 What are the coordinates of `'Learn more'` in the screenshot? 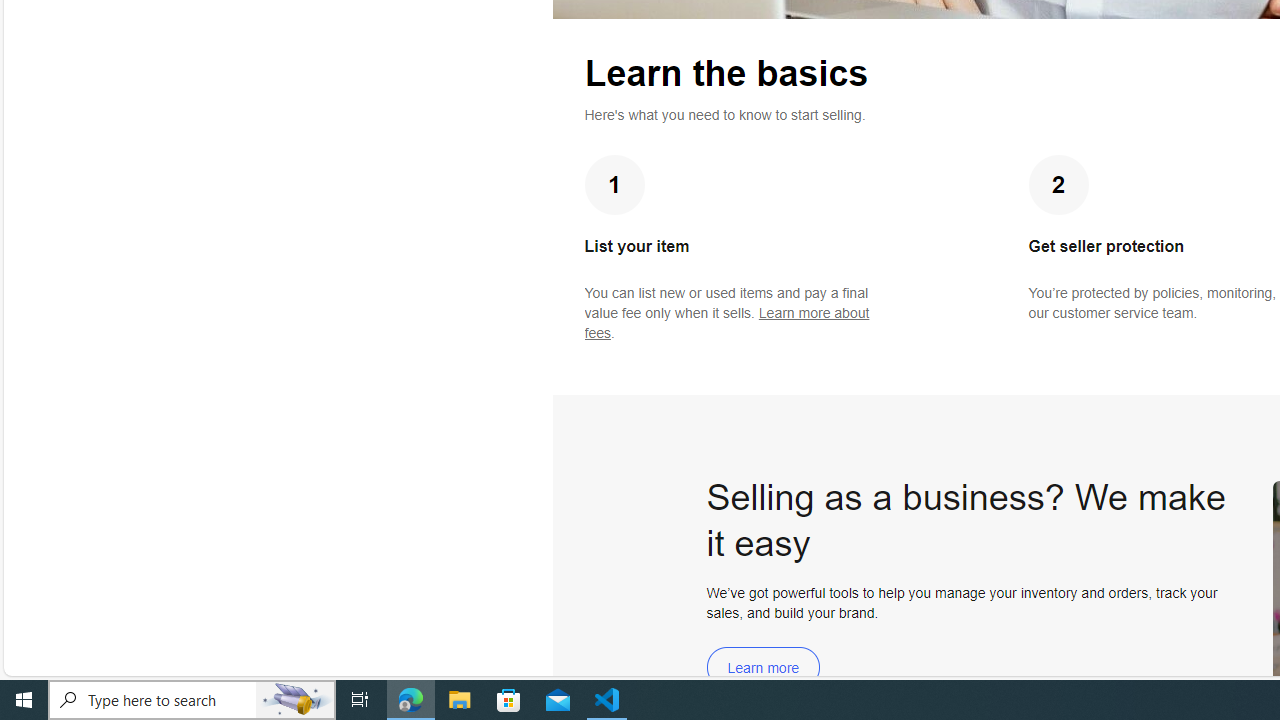 It's located at (762, 667).